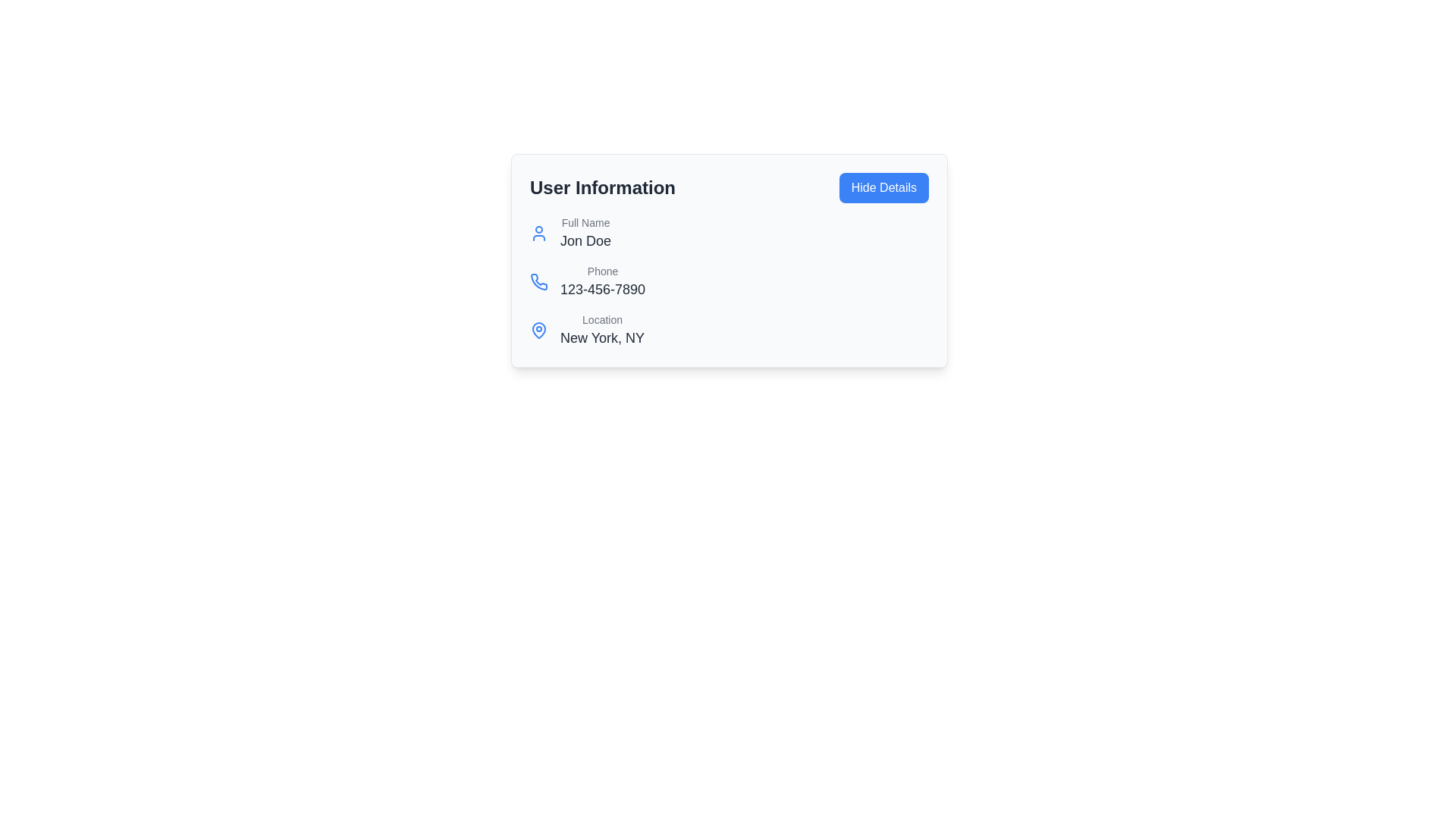  Describe the element at coordinates (602, 289) in the screenshot. I see `the static text displaying the phone number '123-456-7890' which is styled in bold and dark gray color, positioned under the label 'Phone' in the user information card layout` at that location.